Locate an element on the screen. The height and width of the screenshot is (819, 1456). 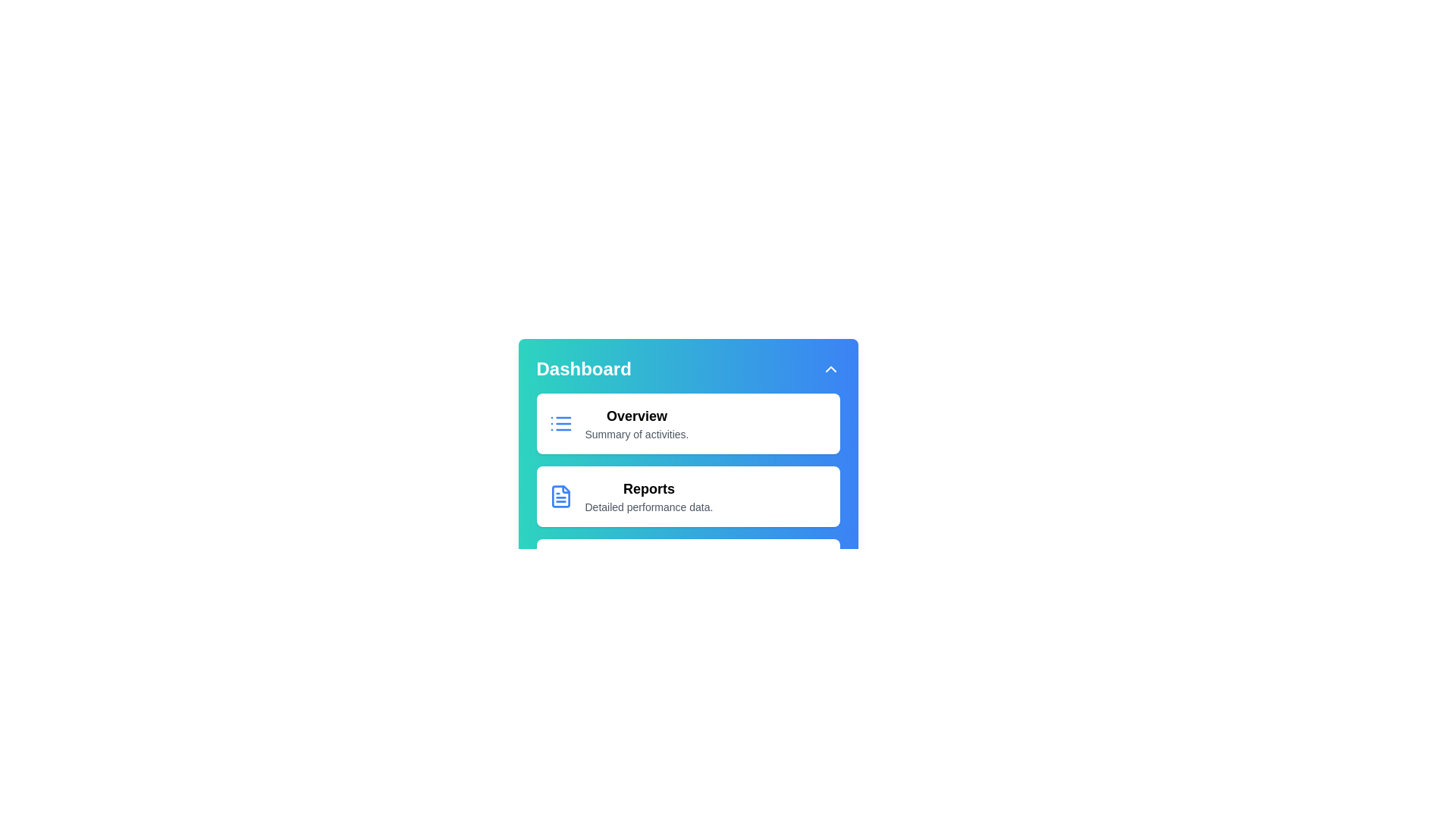
the menu item corresponding to Overview is located at coordinates (637, 424).